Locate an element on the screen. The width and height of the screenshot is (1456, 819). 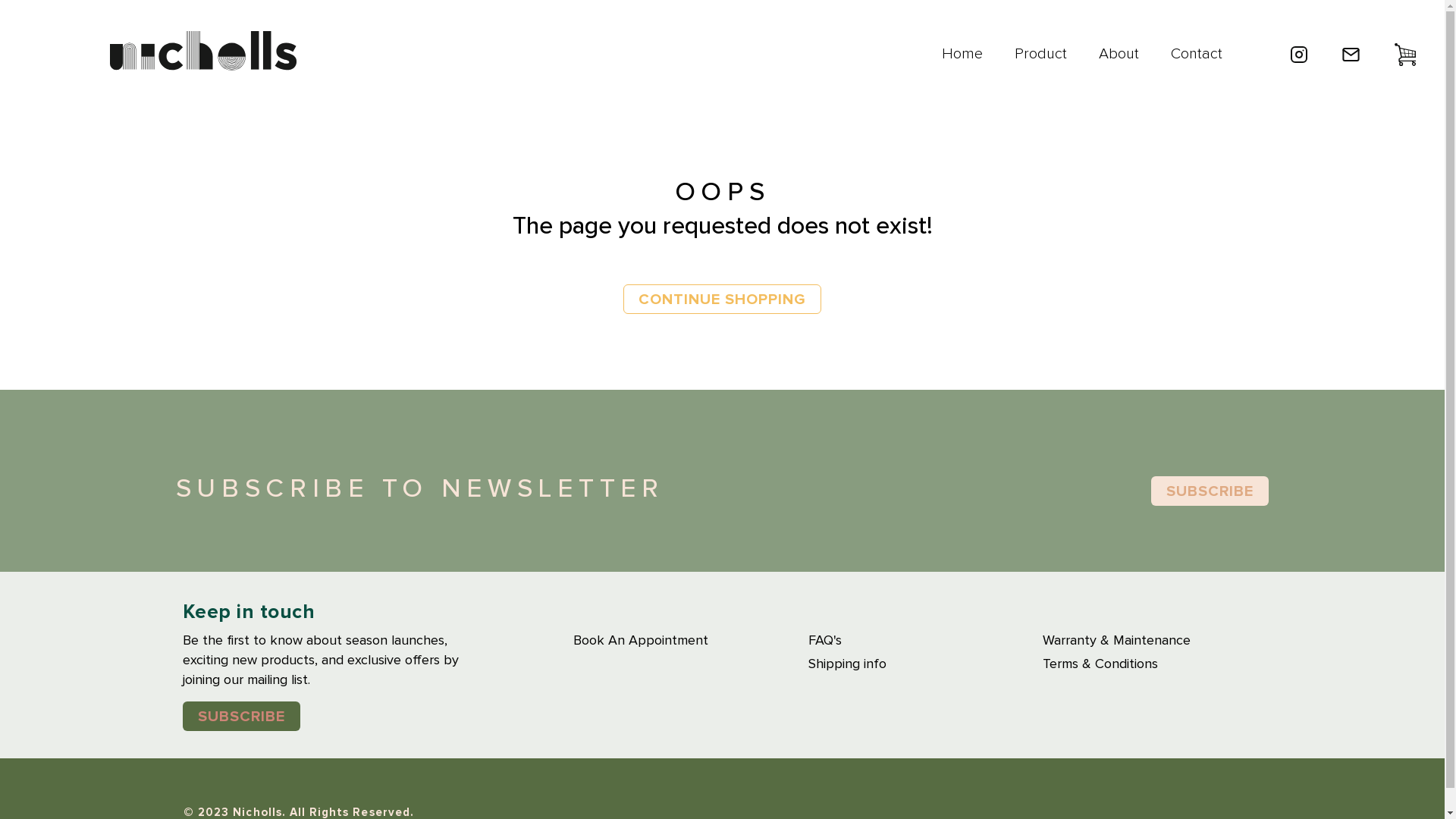
'Home' is located at coordinates (961, 55).